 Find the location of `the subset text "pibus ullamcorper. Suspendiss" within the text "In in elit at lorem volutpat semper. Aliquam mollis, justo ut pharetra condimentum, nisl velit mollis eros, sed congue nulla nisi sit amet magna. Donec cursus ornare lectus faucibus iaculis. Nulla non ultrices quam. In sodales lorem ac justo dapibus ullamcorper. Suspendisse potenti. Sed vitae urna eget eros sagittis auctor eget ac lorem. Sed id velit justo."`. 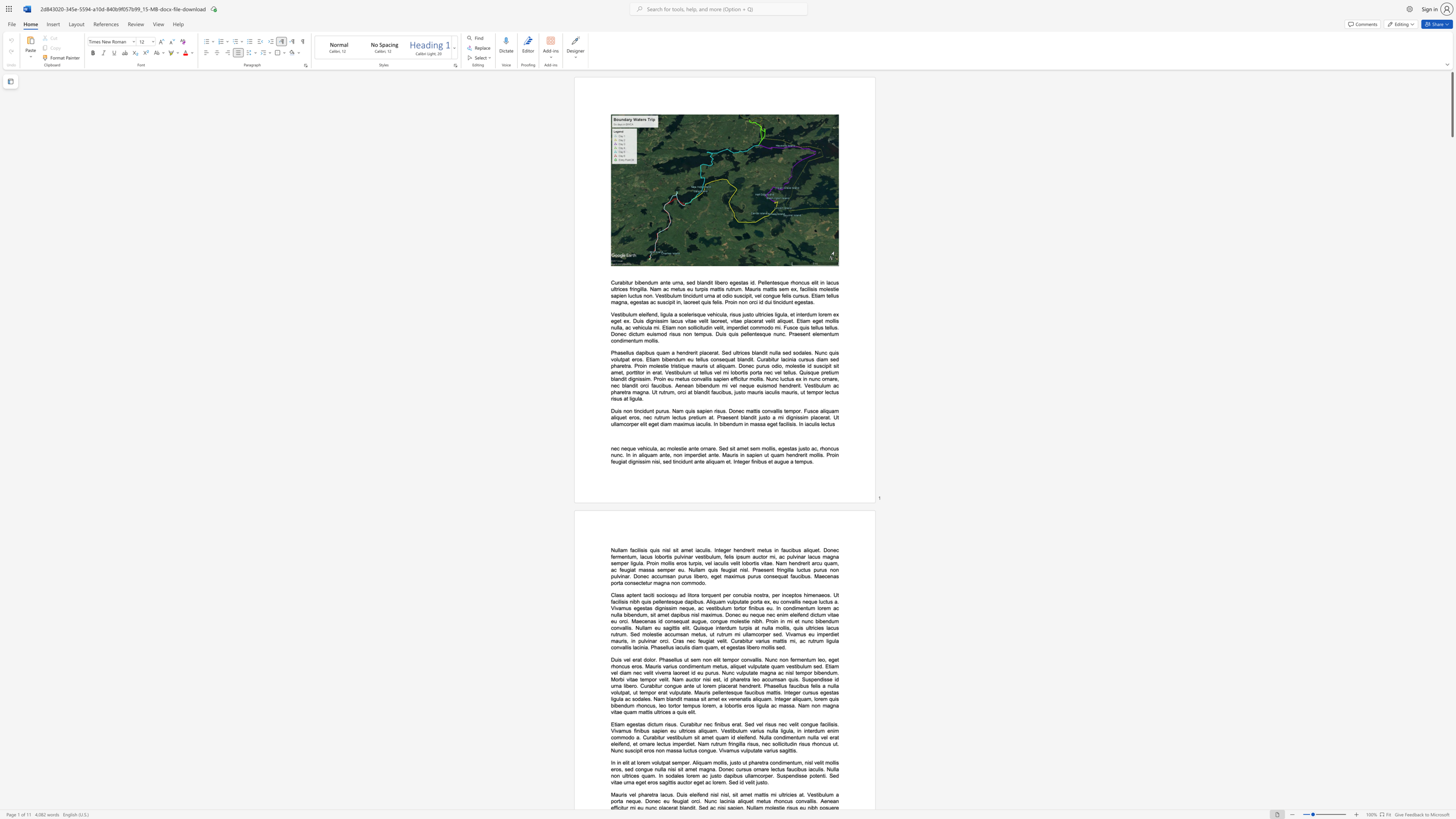

the subset text "pibus ullamcorper. Suspendiss" within the text "In in elit at lorem volutpat semper. Aliquam mollis, justo ut pharetra condimentum, nisl velit mollis eros, sed congue nulla nisi sit amet magna. Donec cursus ornare lectus faucibus iaculis. Nulla non ultrices quam. In sodales lorem ac justo dapibus ullamcorper. Suspendisse potenti. Sed vitae urna eget eros sagittis auctor eget ac lorem. Sed id velit justo." is located at coordinates (730, 775).